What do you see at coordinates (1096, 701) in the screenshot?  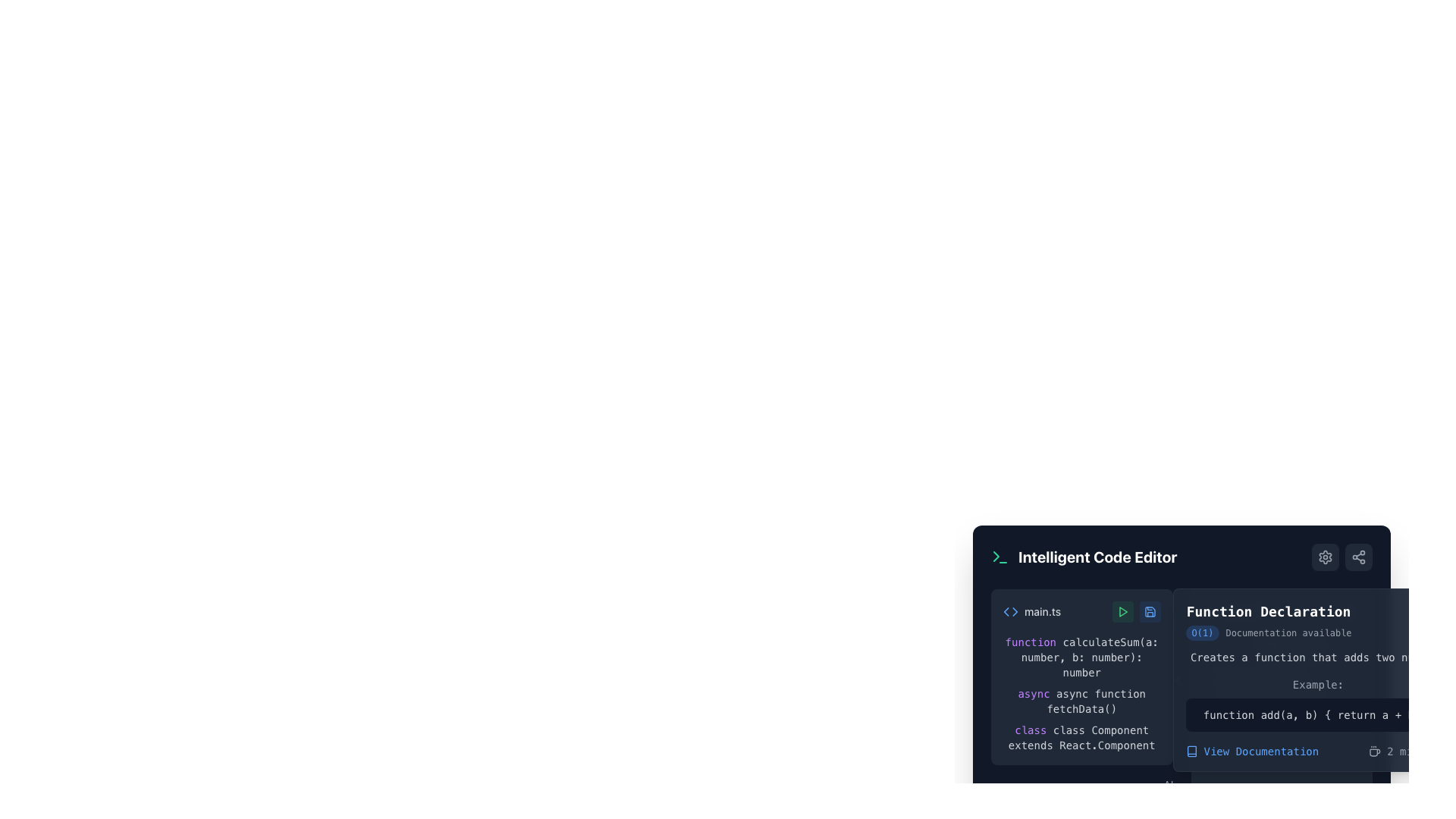 I see `the text label for the function 'fetchData' in the code editor, which appears after the purple 'async' text` at bounding box center [1096, 701].